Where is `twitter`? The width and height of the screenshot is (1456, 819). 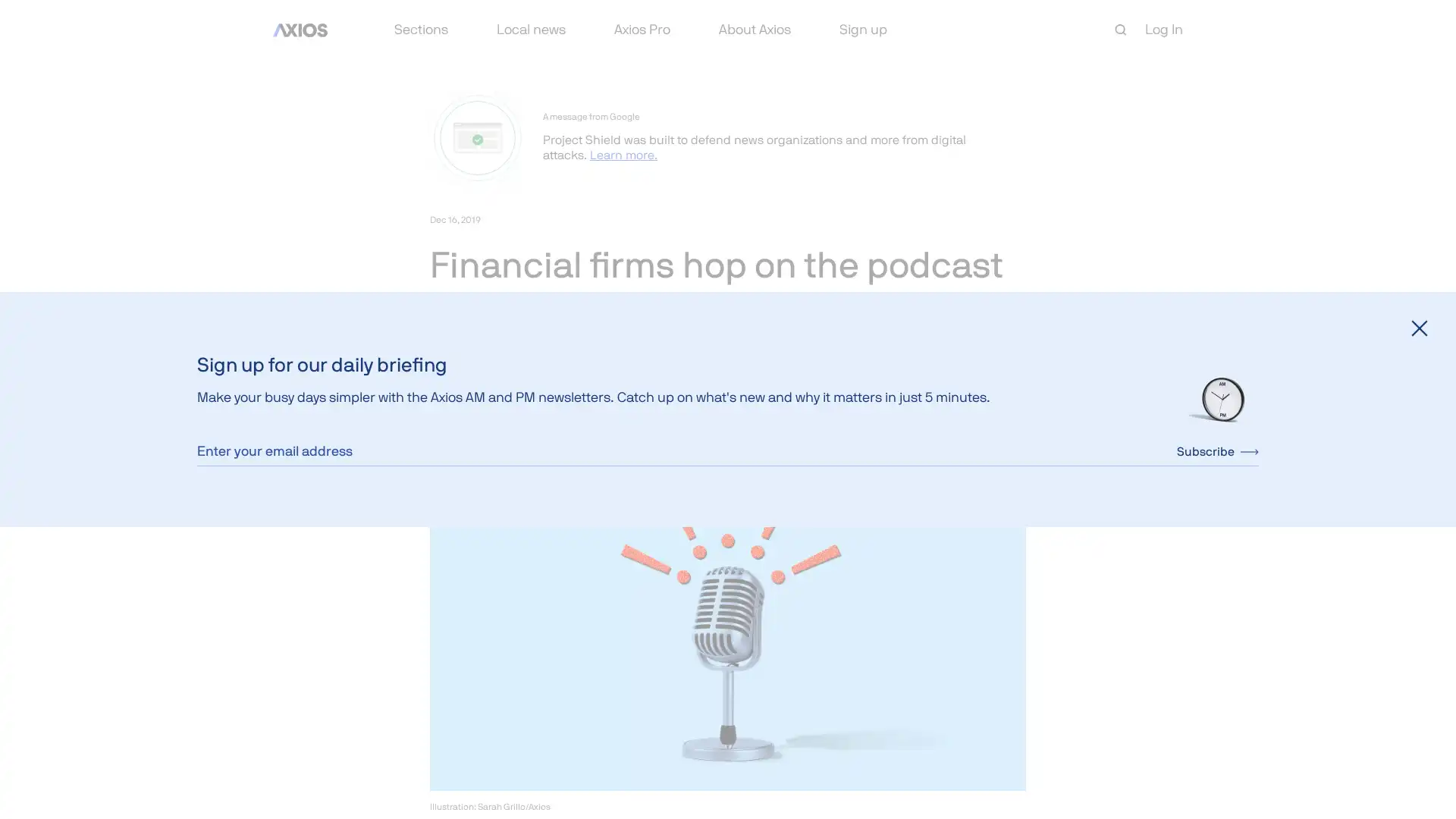
twitter is located at coordinates (476, 412).